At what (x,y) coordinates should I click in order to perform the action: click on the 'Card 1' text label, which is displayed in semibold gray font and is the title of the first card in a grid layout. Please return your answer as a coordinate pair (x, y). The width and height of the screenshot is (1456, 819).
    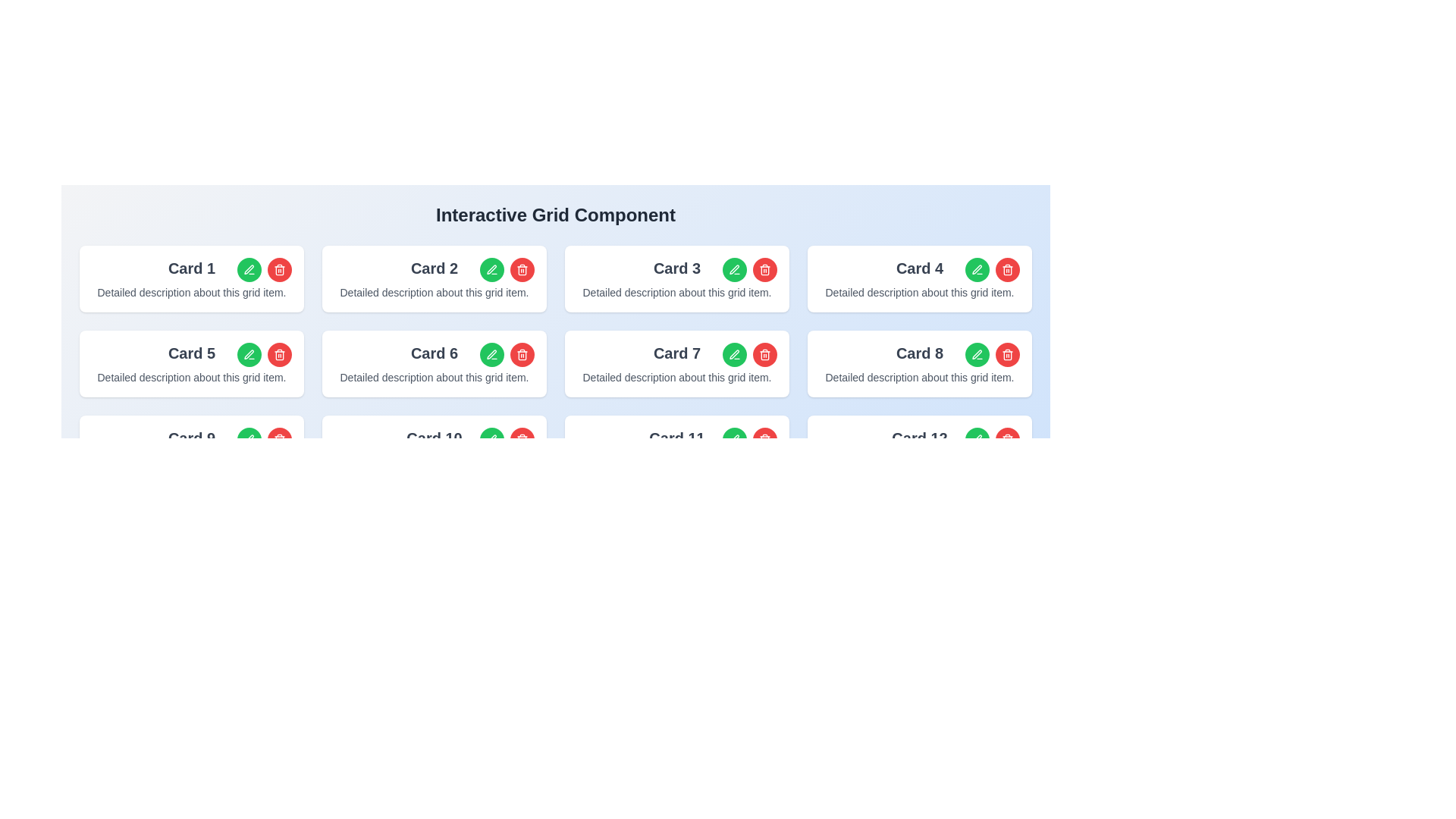
    Looking at the image, I should click on (191, 268).